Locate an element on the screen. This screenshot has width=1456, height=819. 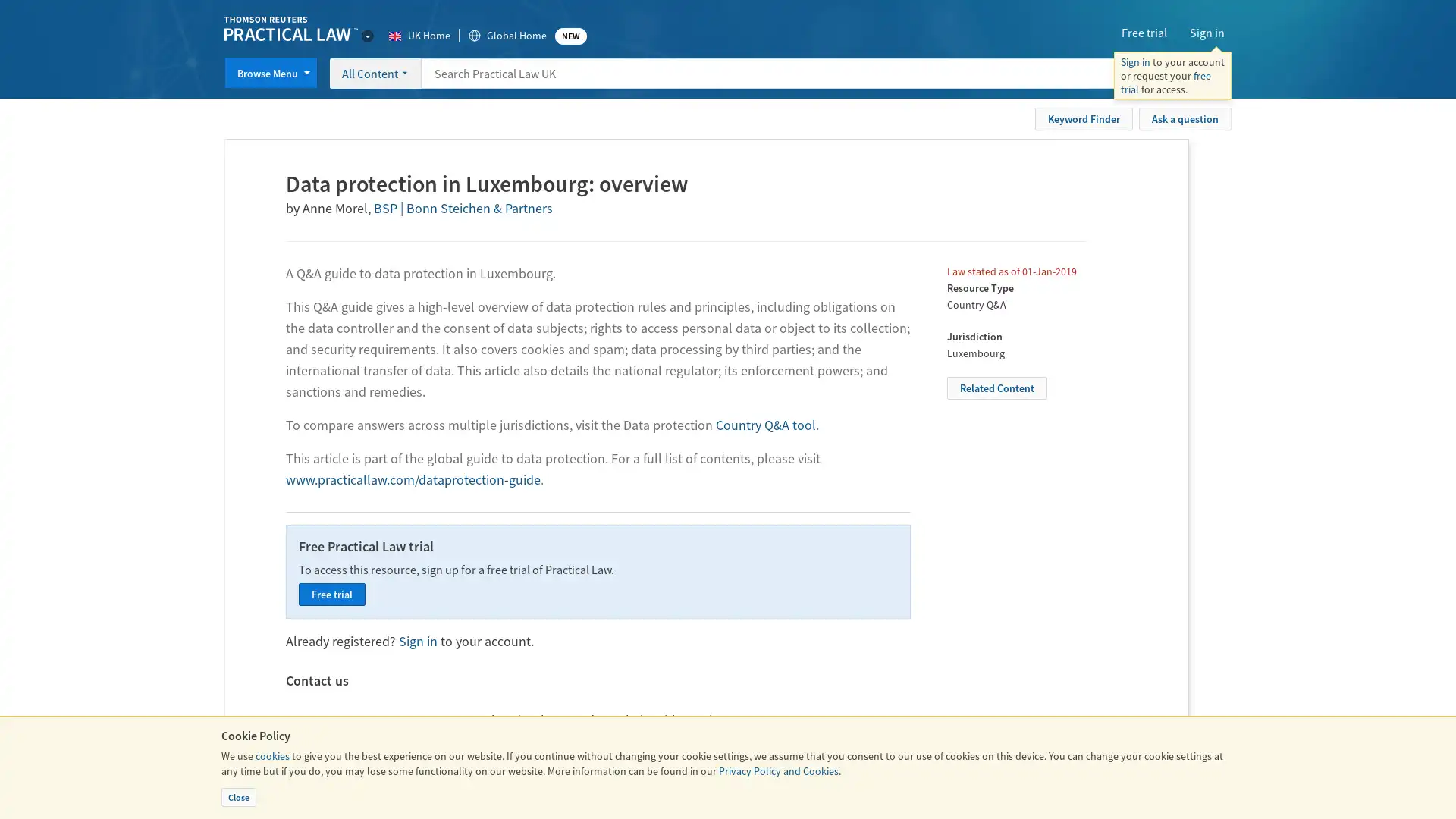
Ask a question is located at coordinates (1185, 117).